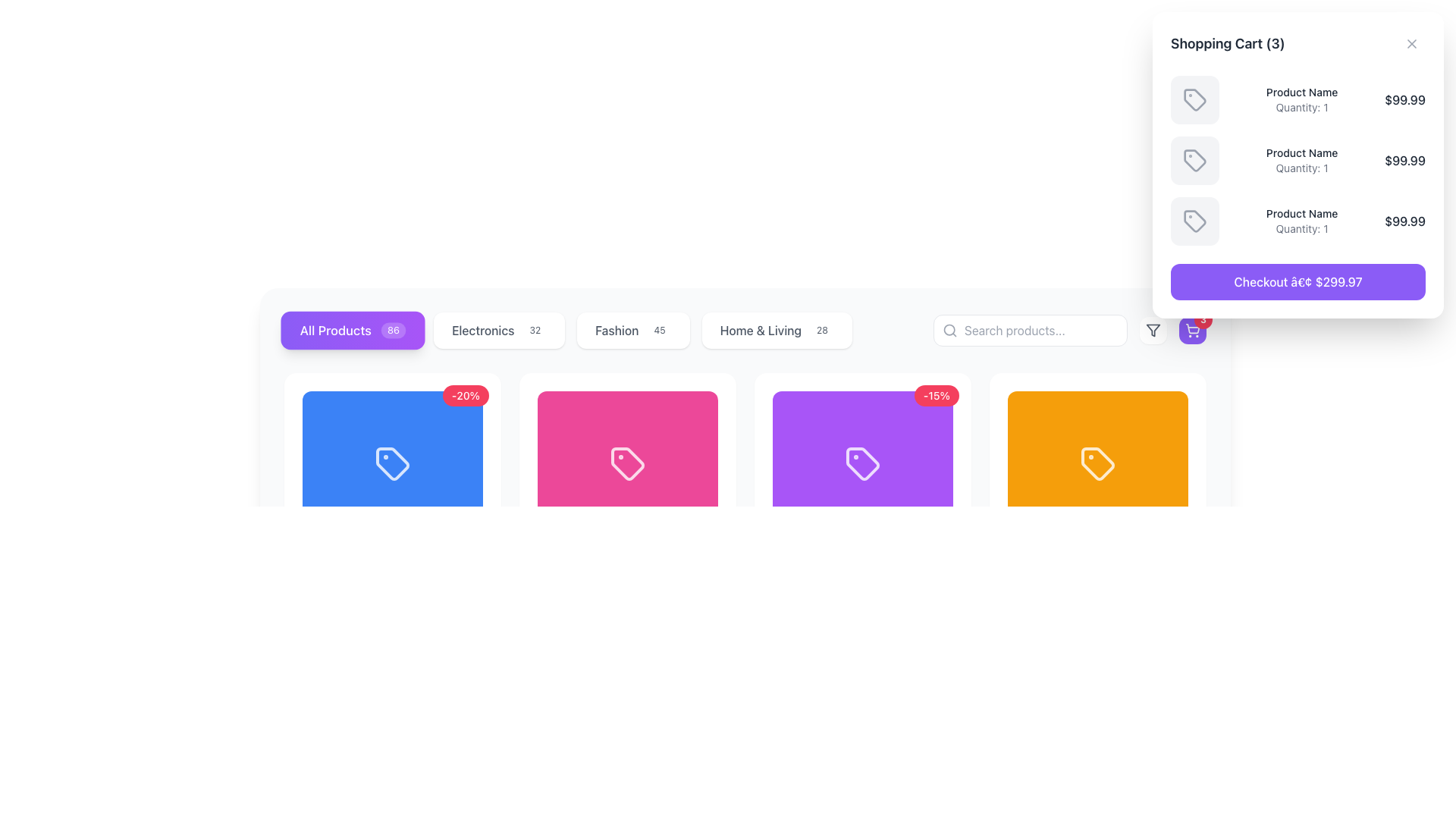 The width and height of the screenshot is (1456, 819). Describe the element at coordinates (1194, 99) in the screenshot. I see `the icon resembling a tag located in the upper-left corner of the shopping cart drawer to observe its associated tooltip or effect` at that location.